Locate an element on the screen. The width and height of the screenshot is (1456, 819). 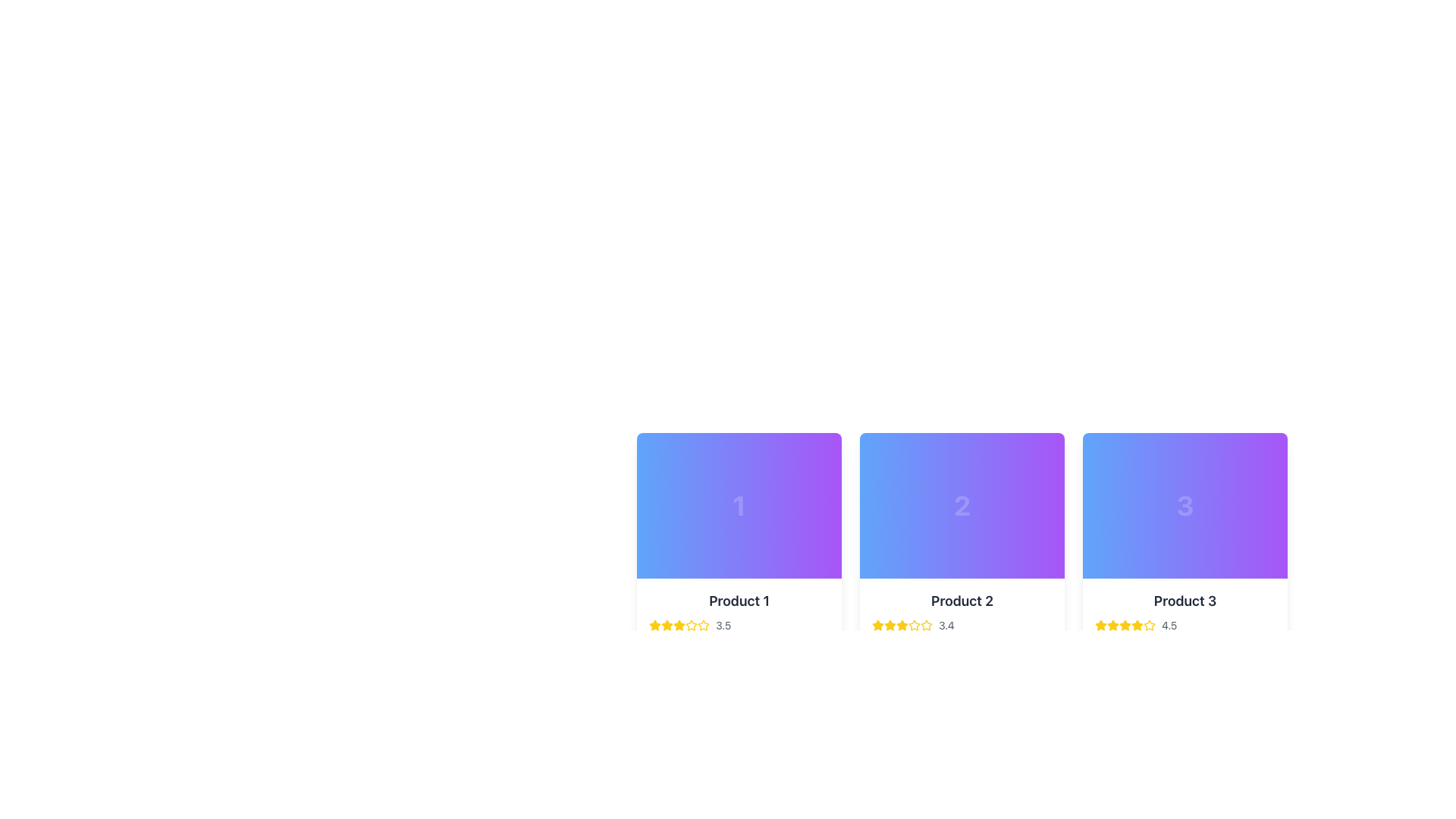
text content of the 'Product 1' label, which is displayed in a bold, large font at the bottom of the first product card is located at coordinates (739, 601).